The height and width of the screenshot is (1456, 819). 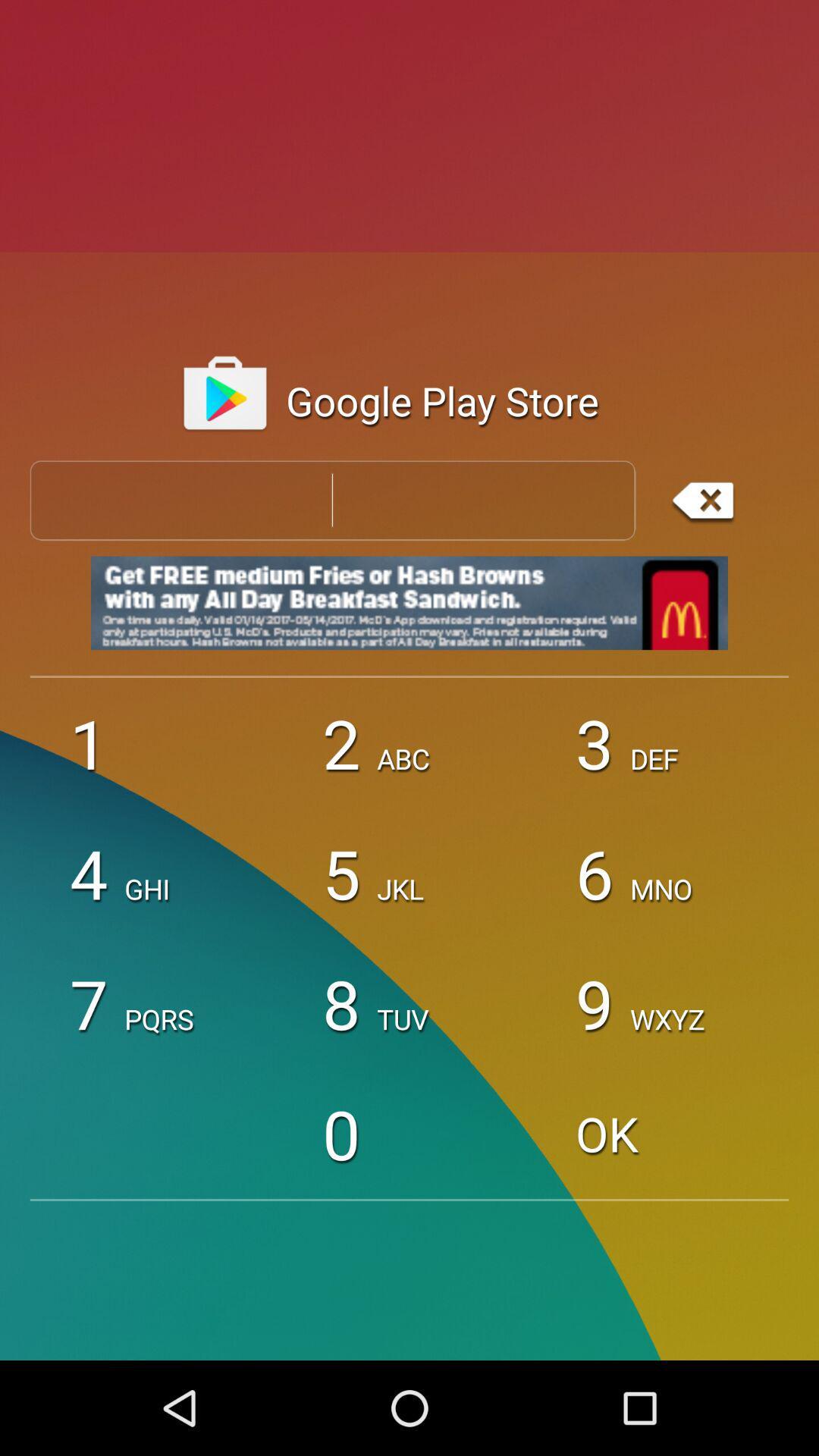 What do you see at coordinates (783, 88) in the screenshot?
I see `the star icon` at bounding box center [783, 88].